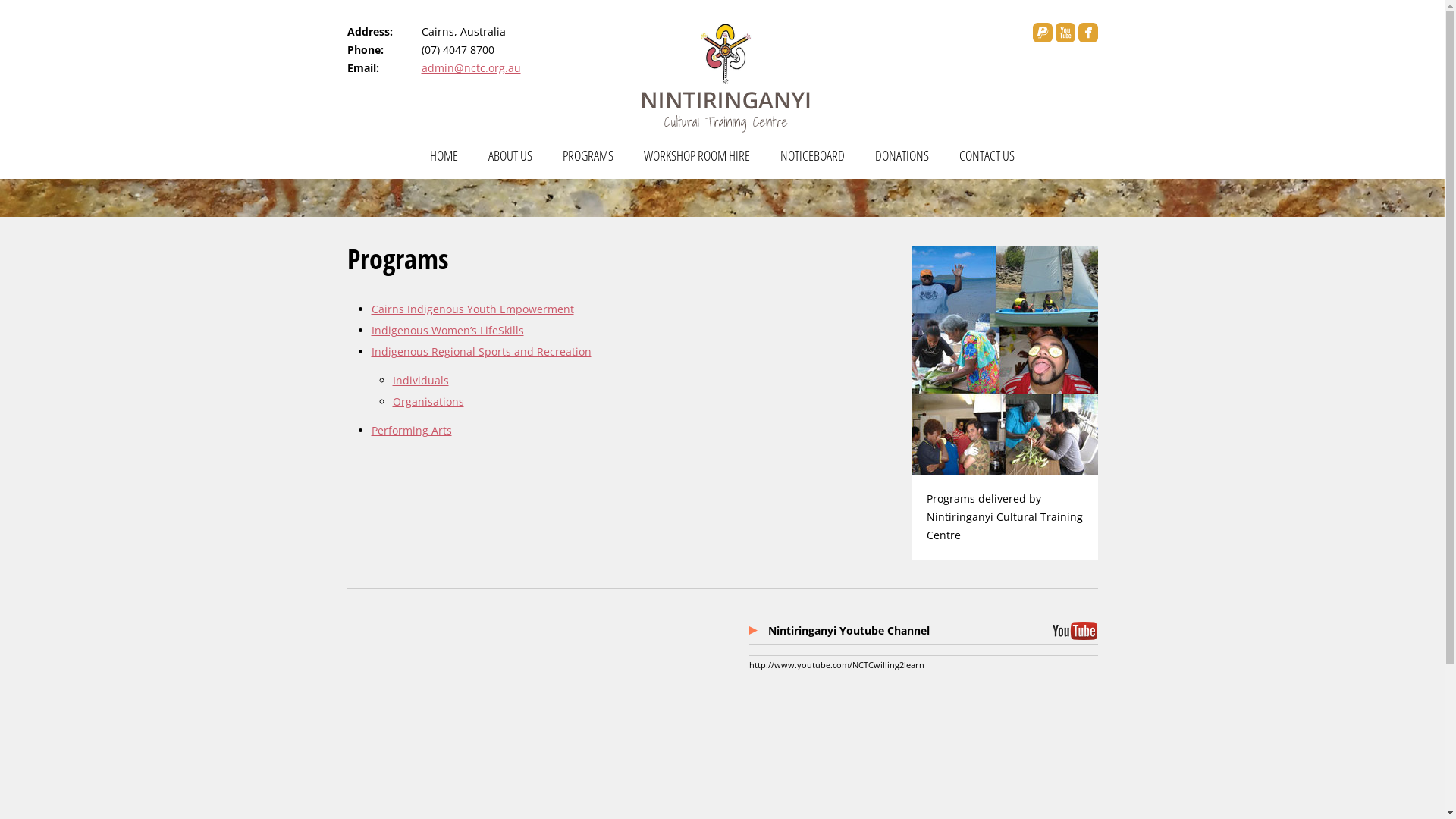 Image resolution: width=1456 pixels, height=819 pixels. What do you see at coordinates (480, 351) in the screenshot?
I see `'Indigenous Regional Sports and Recreation'` at bounding box center [480, 351].